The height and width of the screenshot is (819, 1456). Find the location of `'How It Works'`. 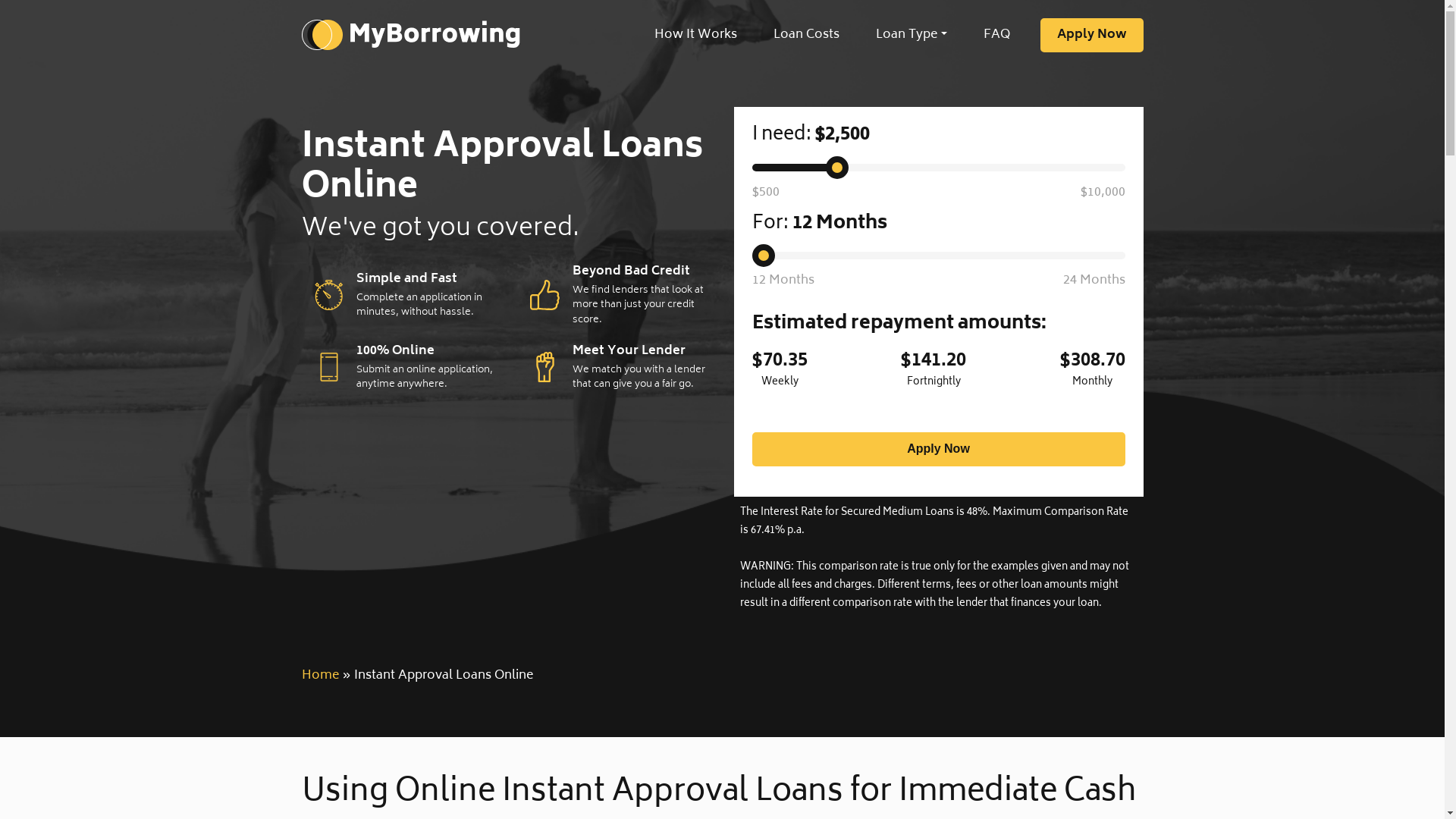

'How It Works' is located at coordinates (648, 34).